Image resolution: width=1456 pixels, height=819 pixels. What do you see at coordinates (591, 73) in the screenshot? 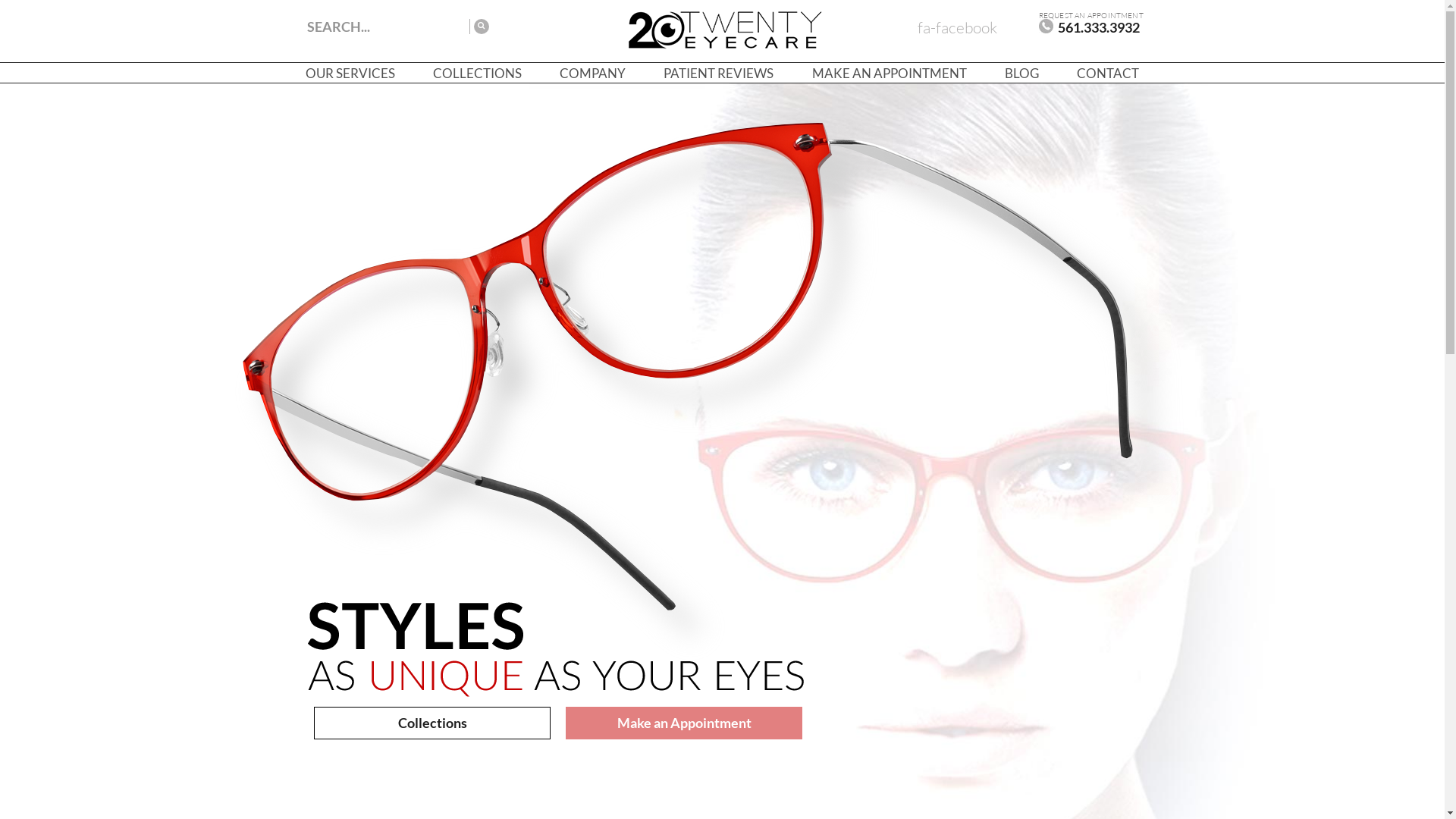
I see `'COMPANY'` at bounding box center [591, 73].